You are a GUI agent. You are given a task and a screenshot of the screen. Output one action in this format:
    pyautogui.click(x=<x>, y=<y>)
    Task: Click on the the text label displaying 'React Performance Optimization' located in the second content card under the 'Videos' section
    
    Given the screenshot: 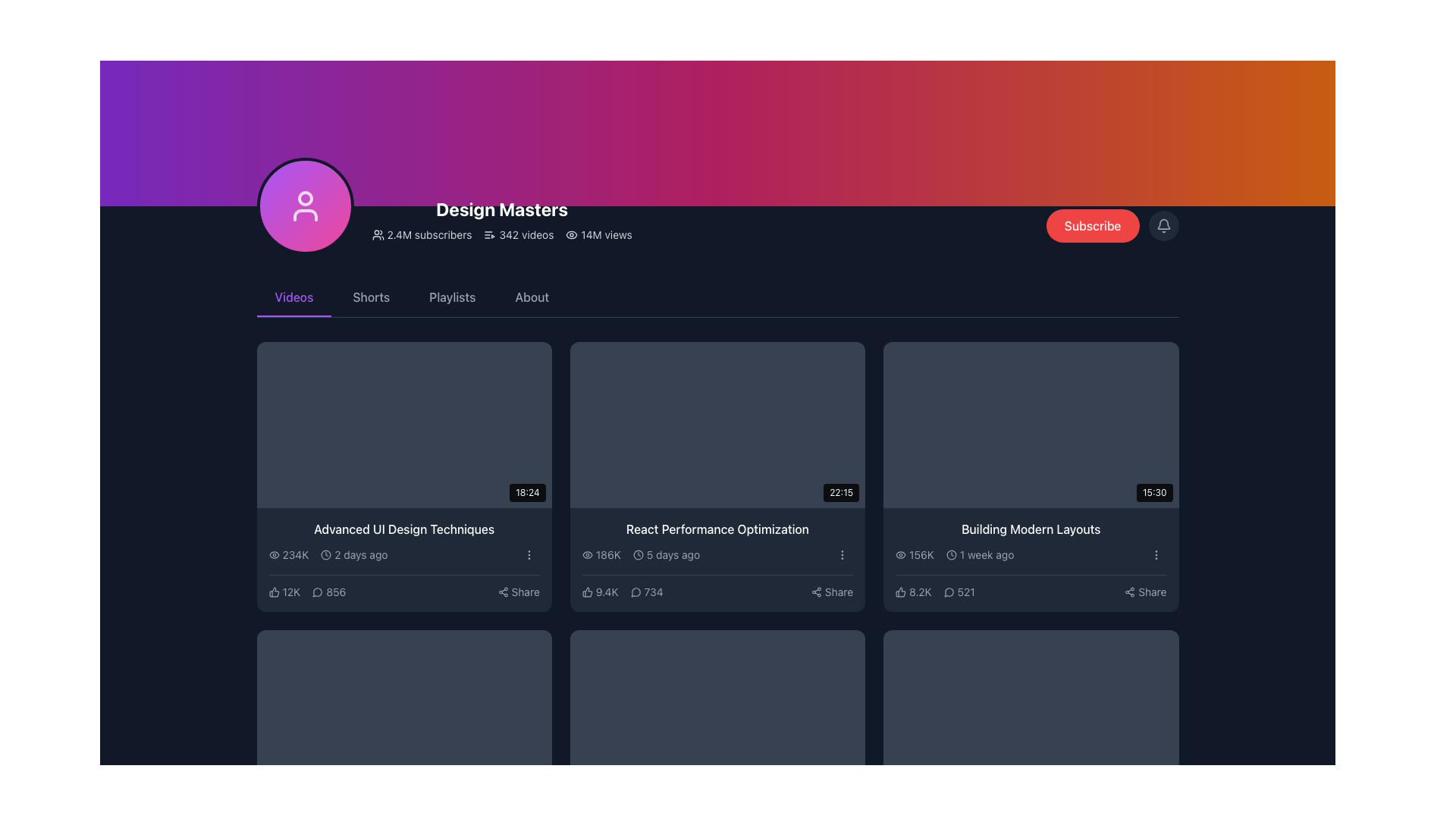 What is the action you would take?
    pyautogui.click(x=717, y=529)
    